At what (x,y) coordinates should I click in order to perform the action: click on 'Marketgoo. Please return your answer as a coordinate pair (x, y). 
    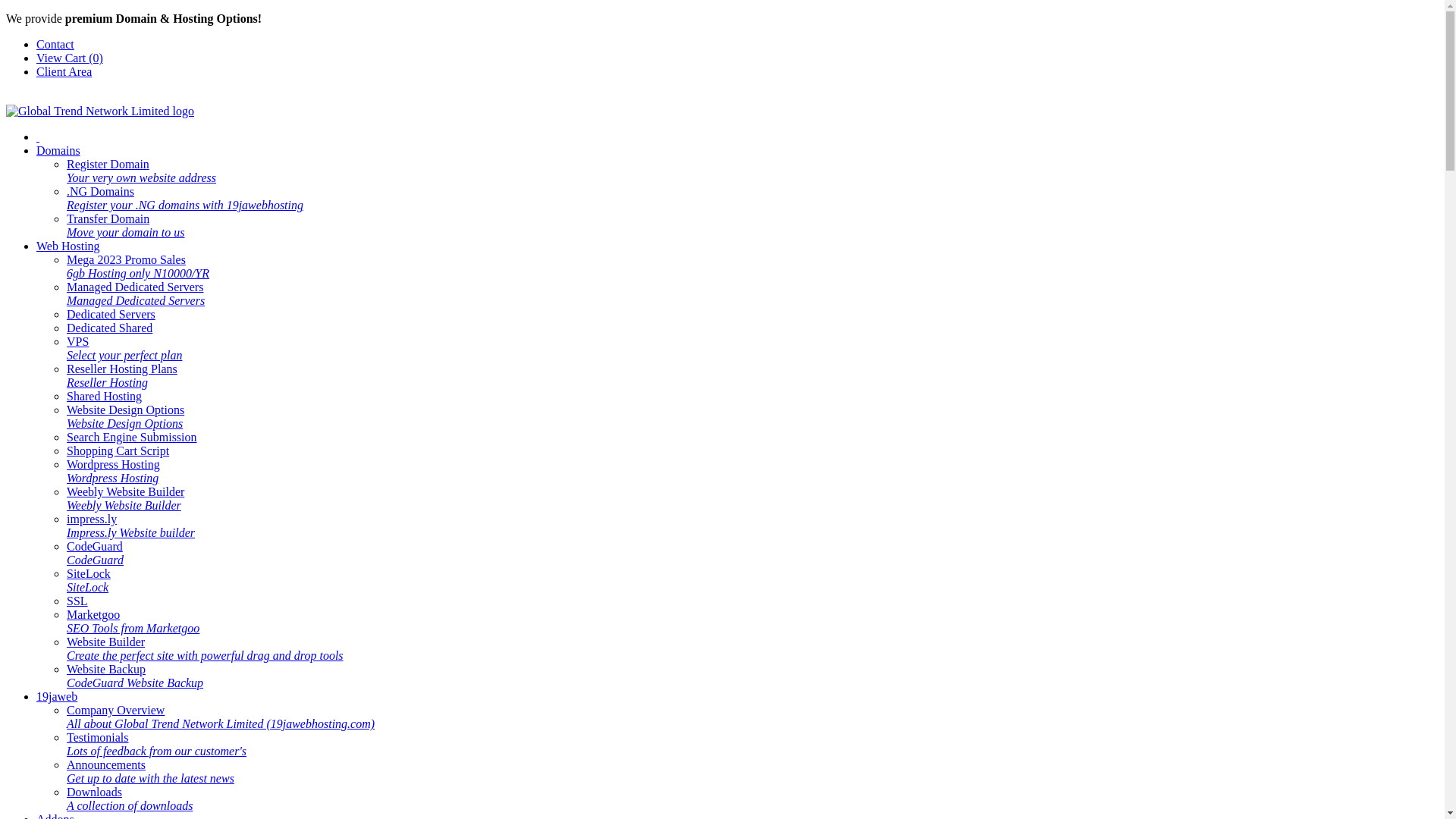
    Looking at the image, I should click on (65, 621).